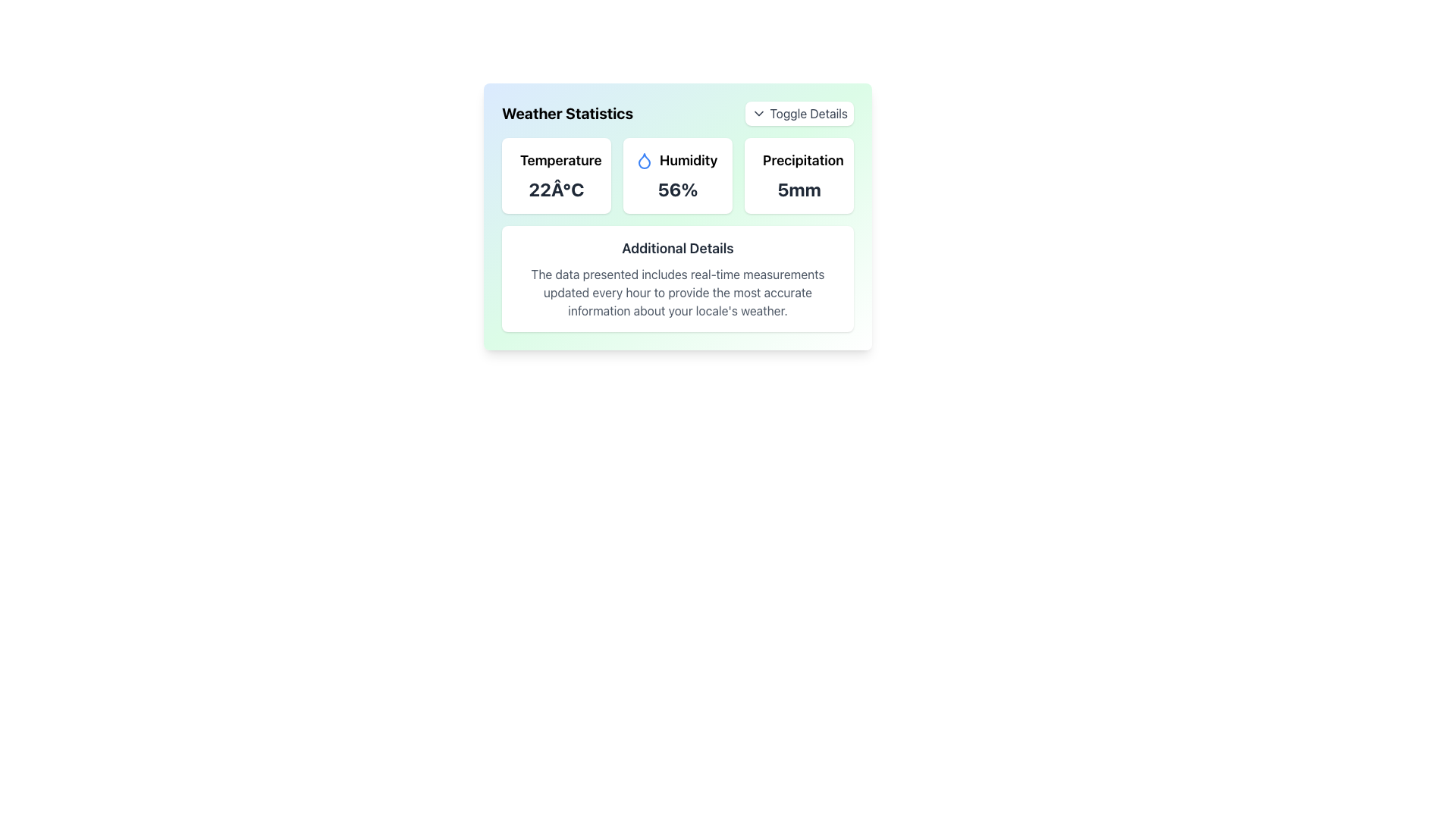 The image size is (1456, 819). Describe the element at coordinates (676, 174) in the screenshot. I see `current humidity level displayed on the Information Card, which is the middle card in the Weather Statistics section of the dashboard` at that location.